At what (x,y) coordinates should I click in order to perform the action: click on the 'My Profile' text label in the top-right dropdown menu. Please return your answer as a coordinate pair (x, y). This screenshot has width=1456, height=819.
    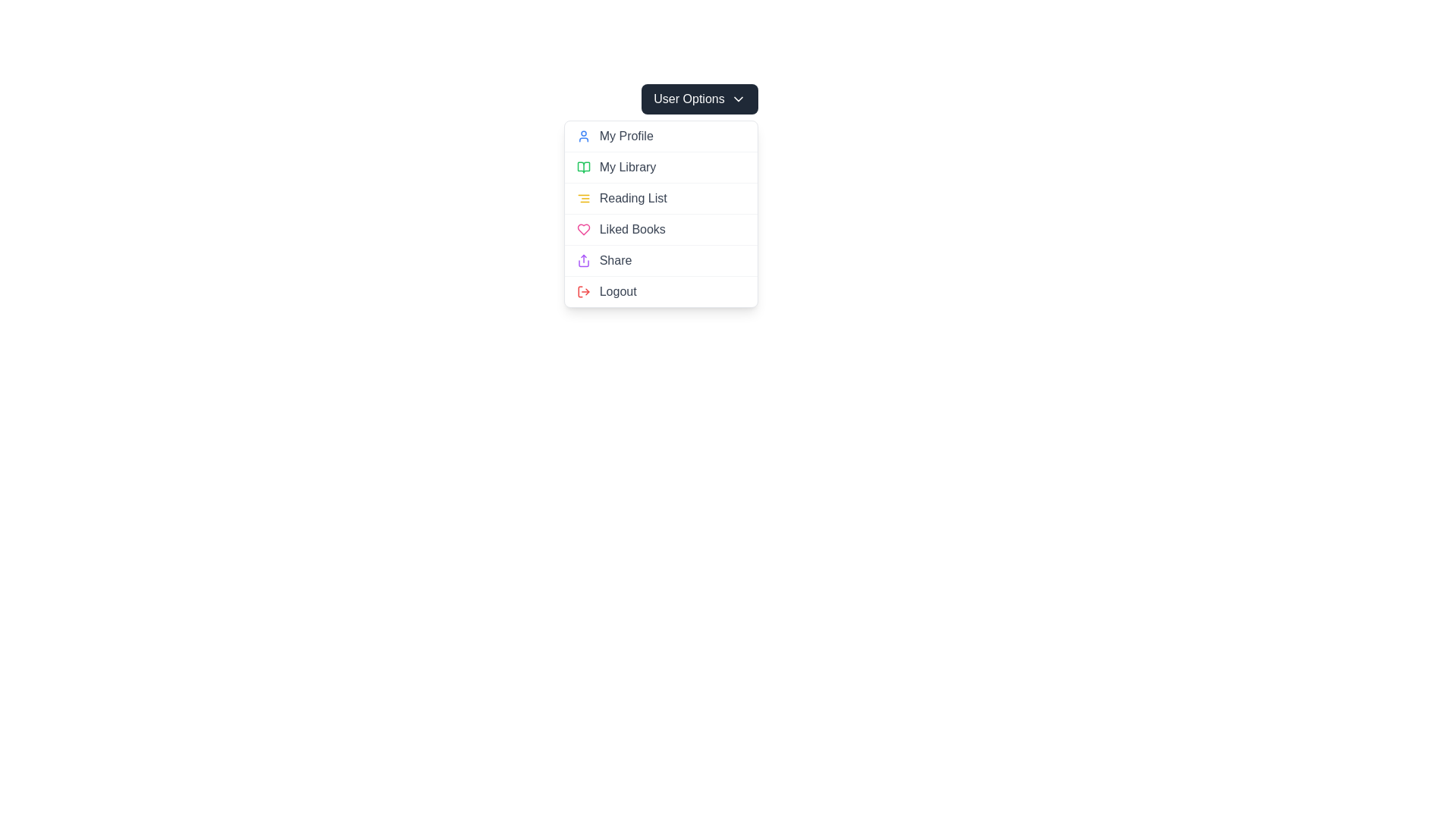
    Looking at the image, I should click on (626, 136).